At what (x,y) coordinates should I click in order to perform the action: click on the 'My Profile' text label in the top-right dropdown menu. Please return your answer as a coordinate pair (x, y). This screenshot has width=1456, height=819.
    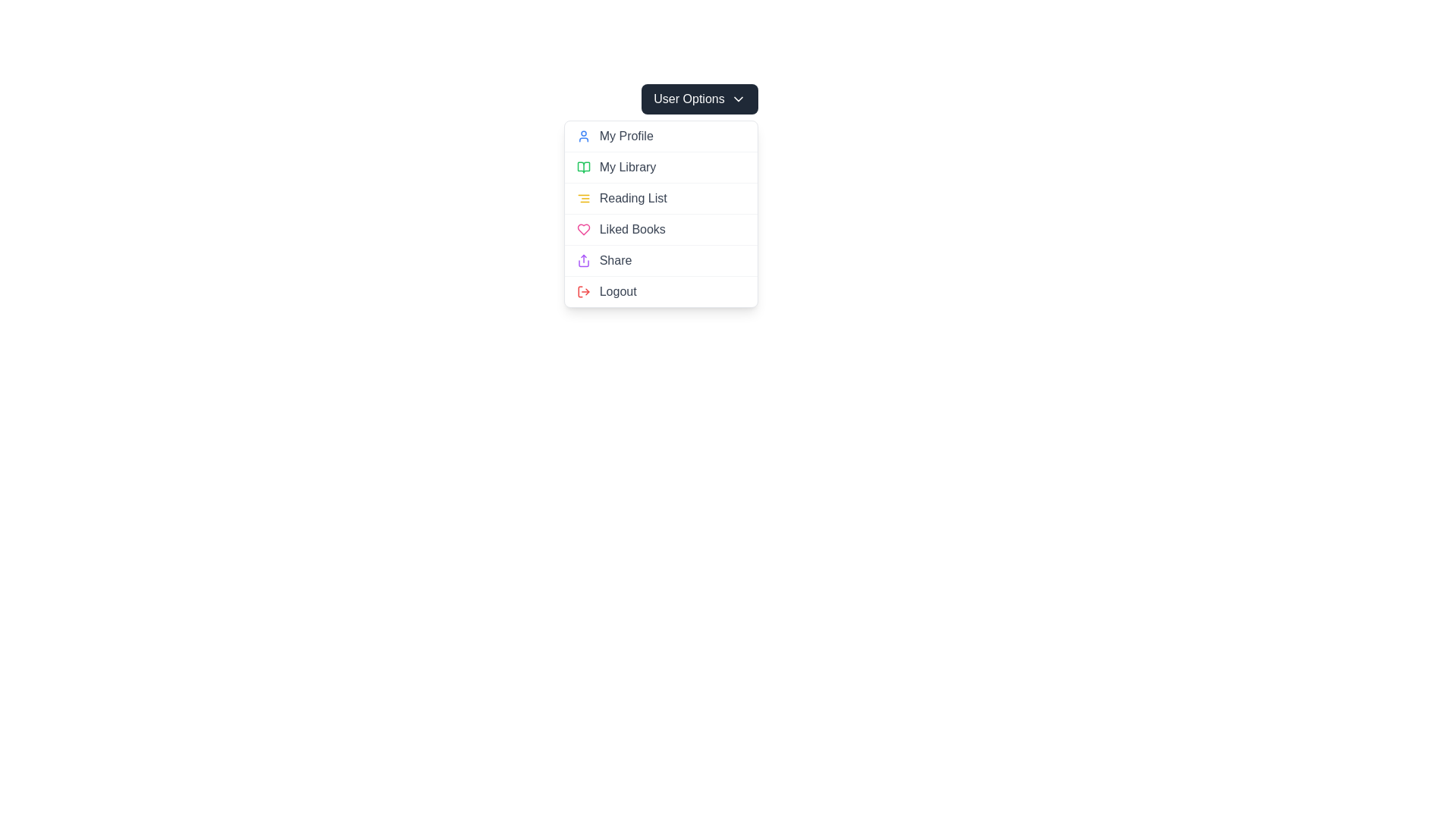
    Looking at the image, I should click on (626, 136).